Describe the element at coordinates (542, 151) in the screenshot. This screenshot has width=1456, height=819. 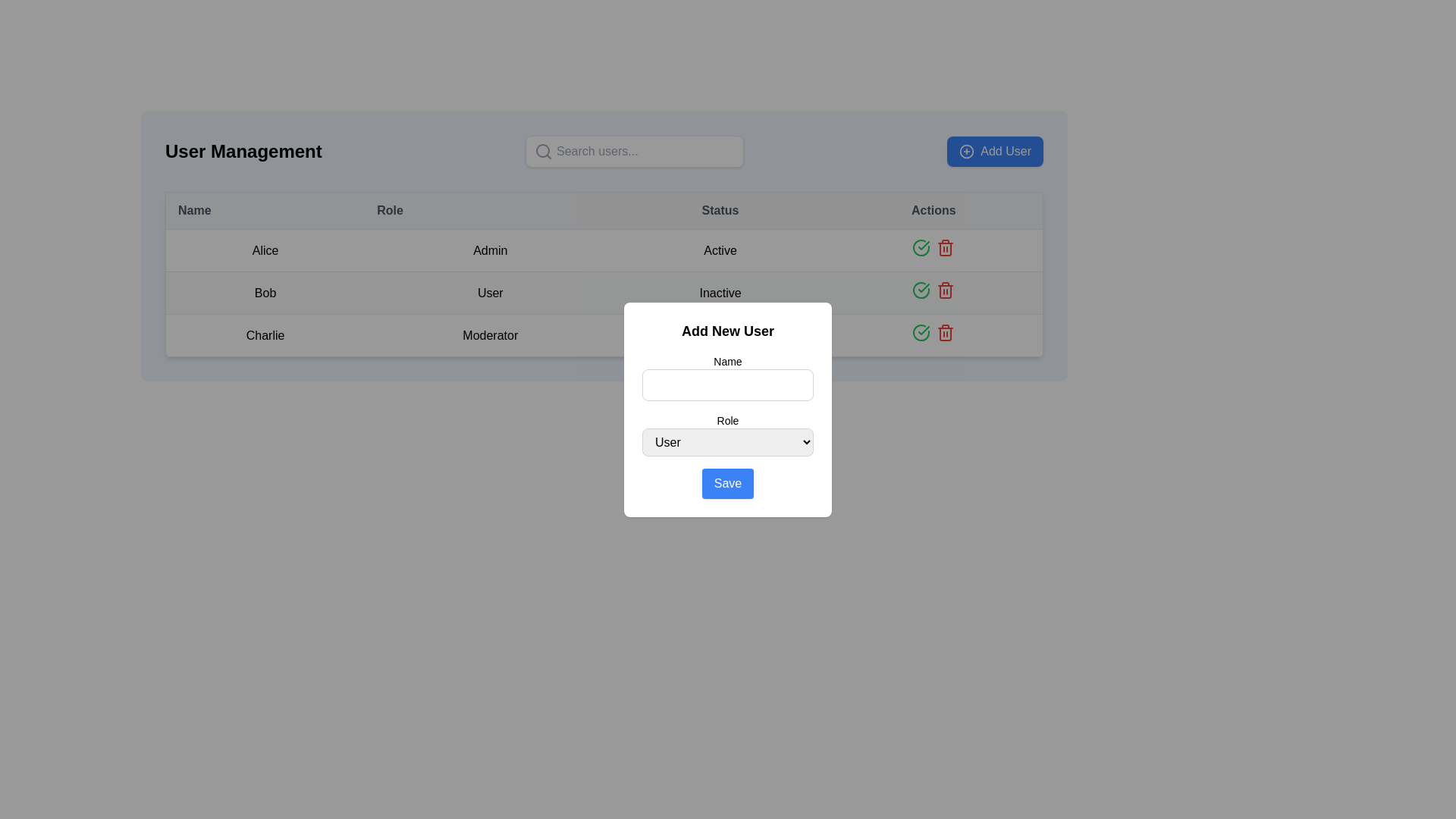
I see `the circular search icon graphic, which resembles a magnifying glass lens, located near the left edge of the search input bar in the user management section` at that location.